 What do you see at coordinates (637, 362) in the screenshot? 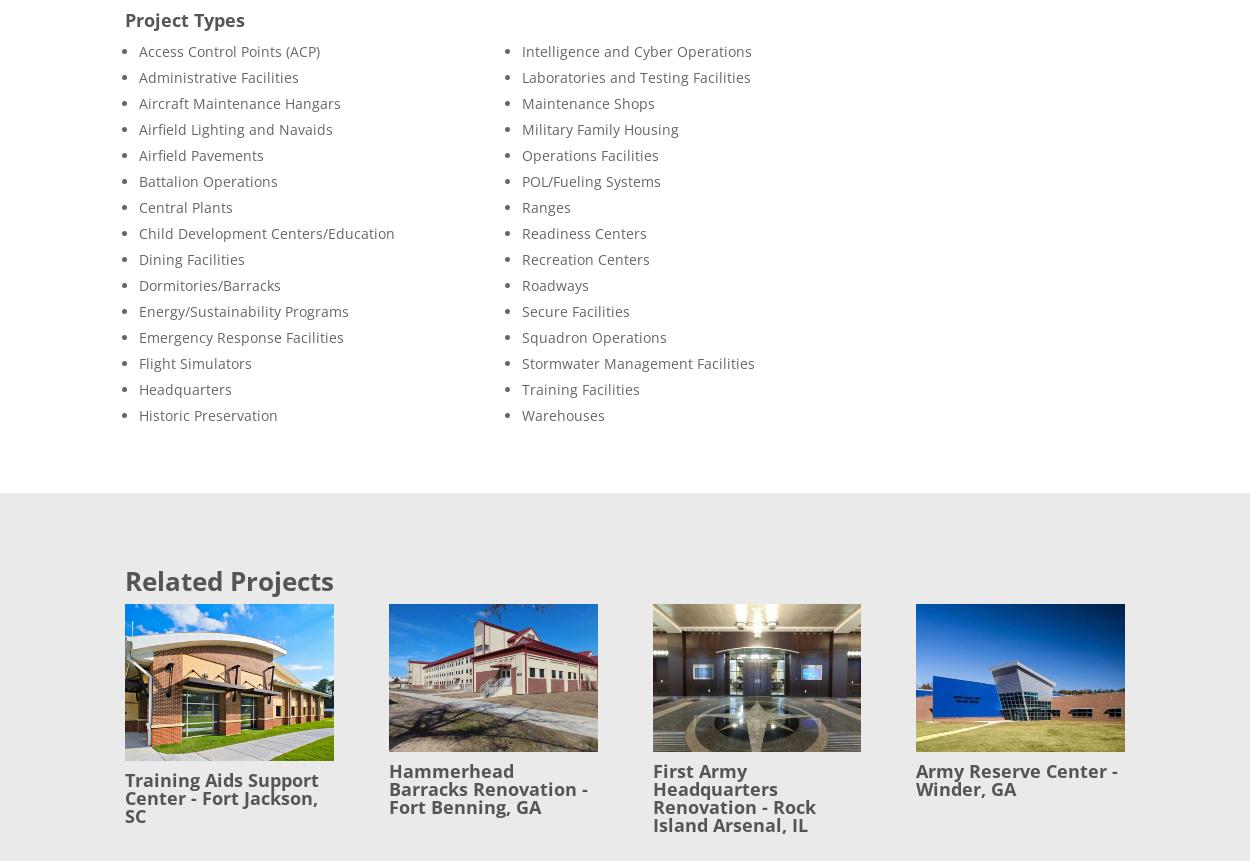
I see `'Stormwater Management Facilities'` at bounding box center [637, 362].